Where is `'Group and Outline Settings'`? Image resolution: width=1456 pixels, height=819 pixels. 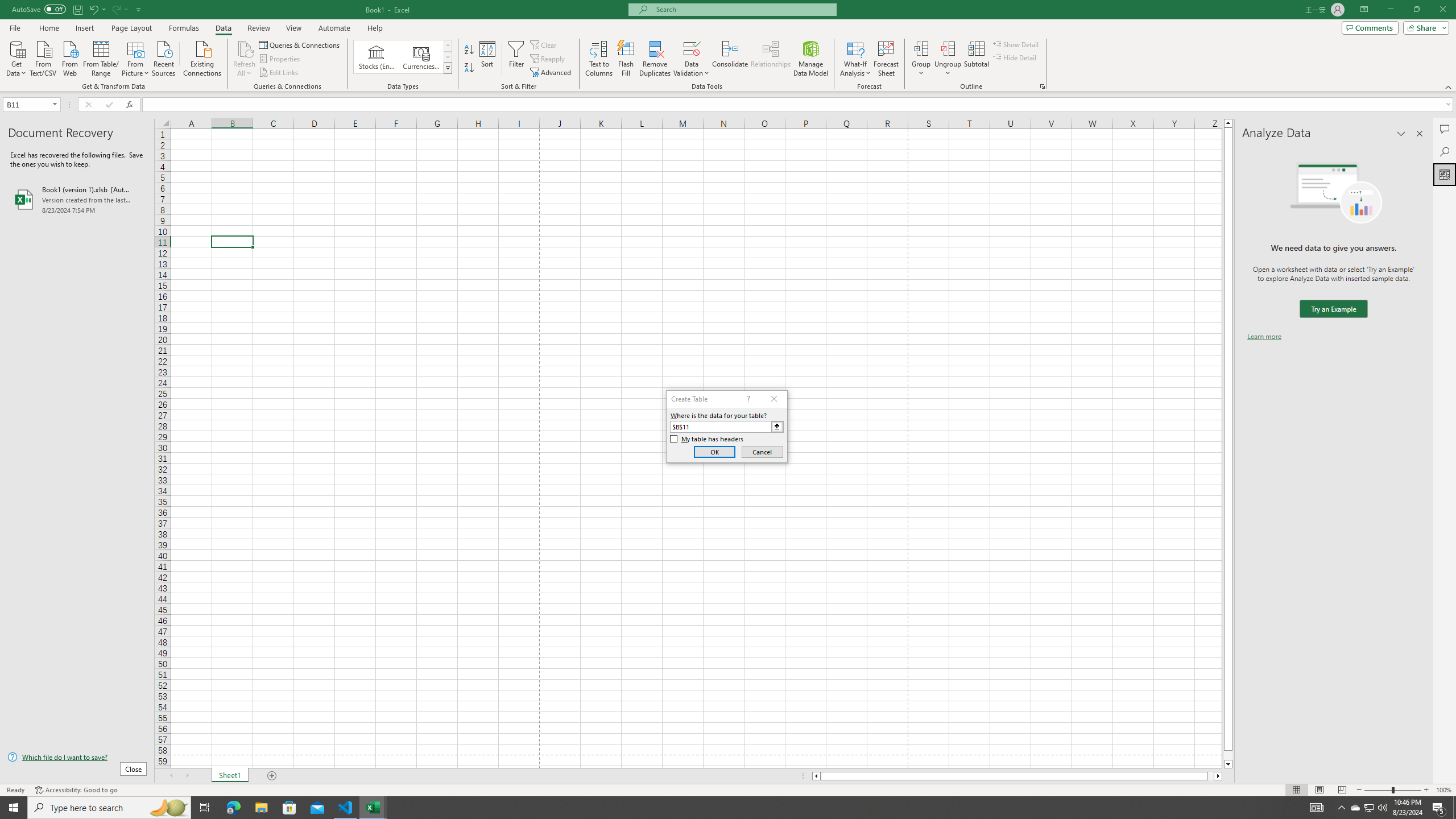
'Group and Outline Settings' is located at coordinates (1041, 85).